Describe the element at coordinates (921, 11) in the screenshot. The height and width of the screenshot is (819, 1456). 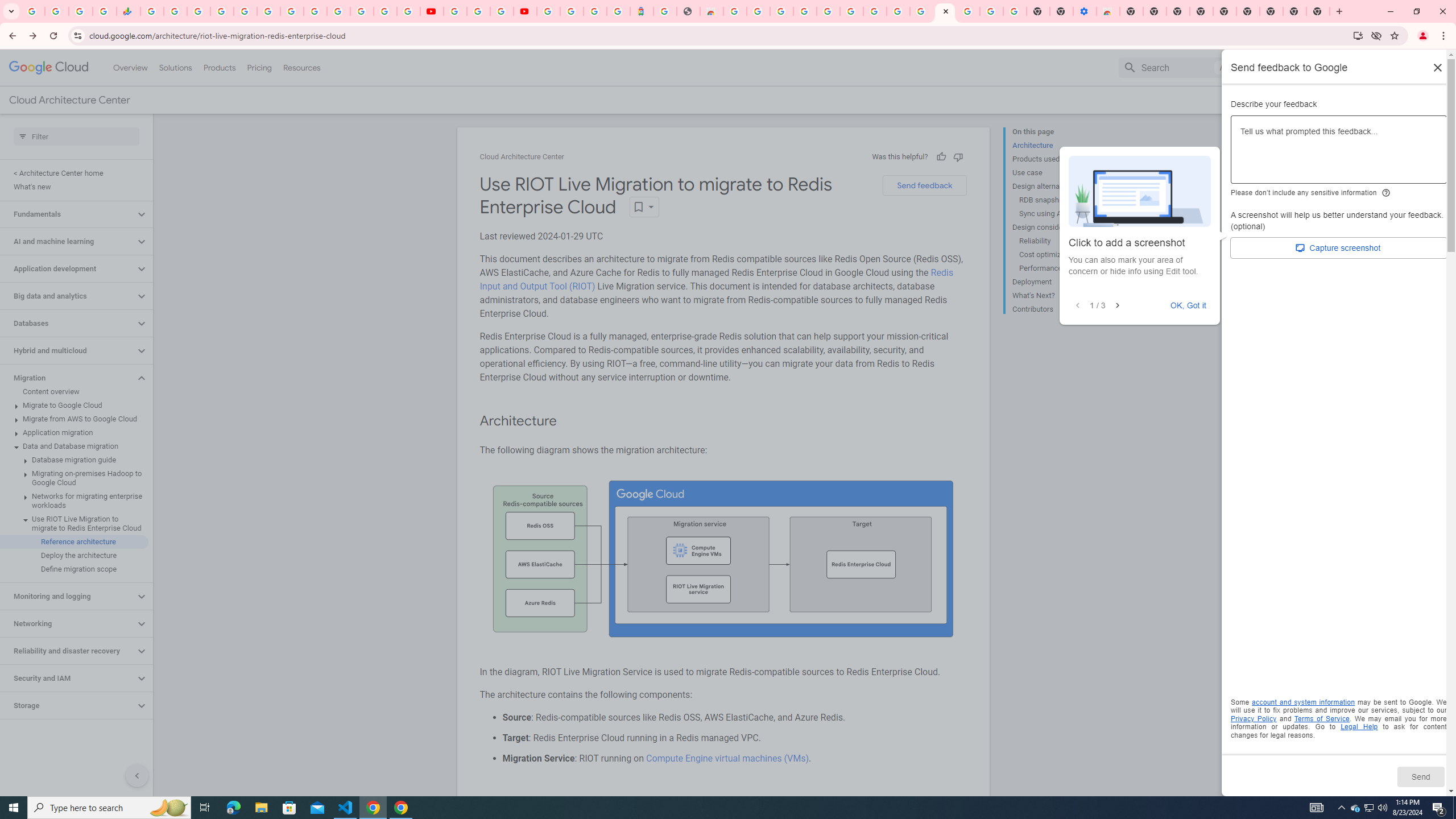
I see `'Browse the Google Chrome Community - Google Chrome Community'` at that location.